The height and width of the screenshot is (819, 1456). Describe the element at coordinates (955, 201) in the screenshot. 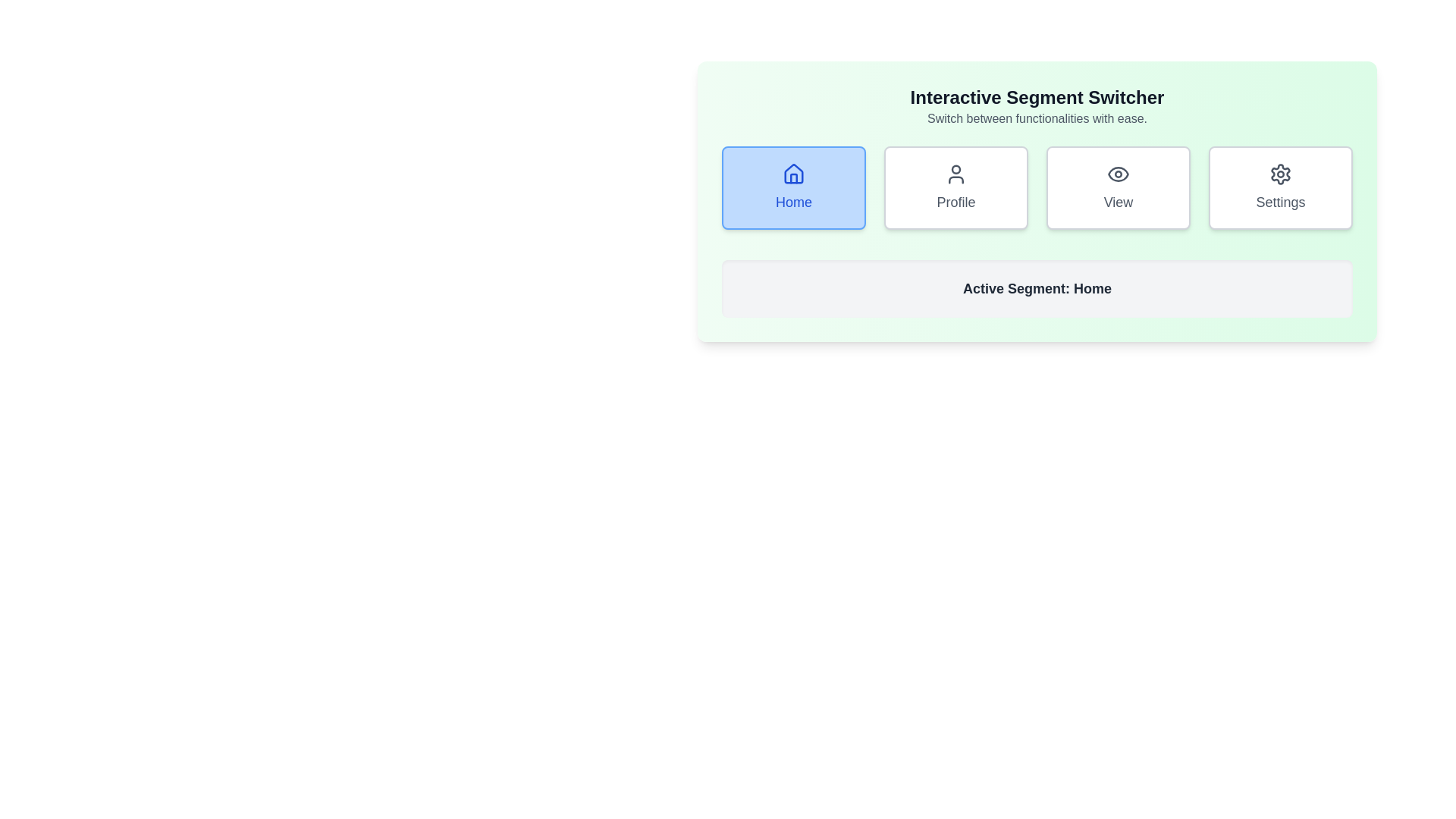

I see `the 'Profile' text label, which is styled in gray, located inside a card component below a user silhouette icon` at that location.